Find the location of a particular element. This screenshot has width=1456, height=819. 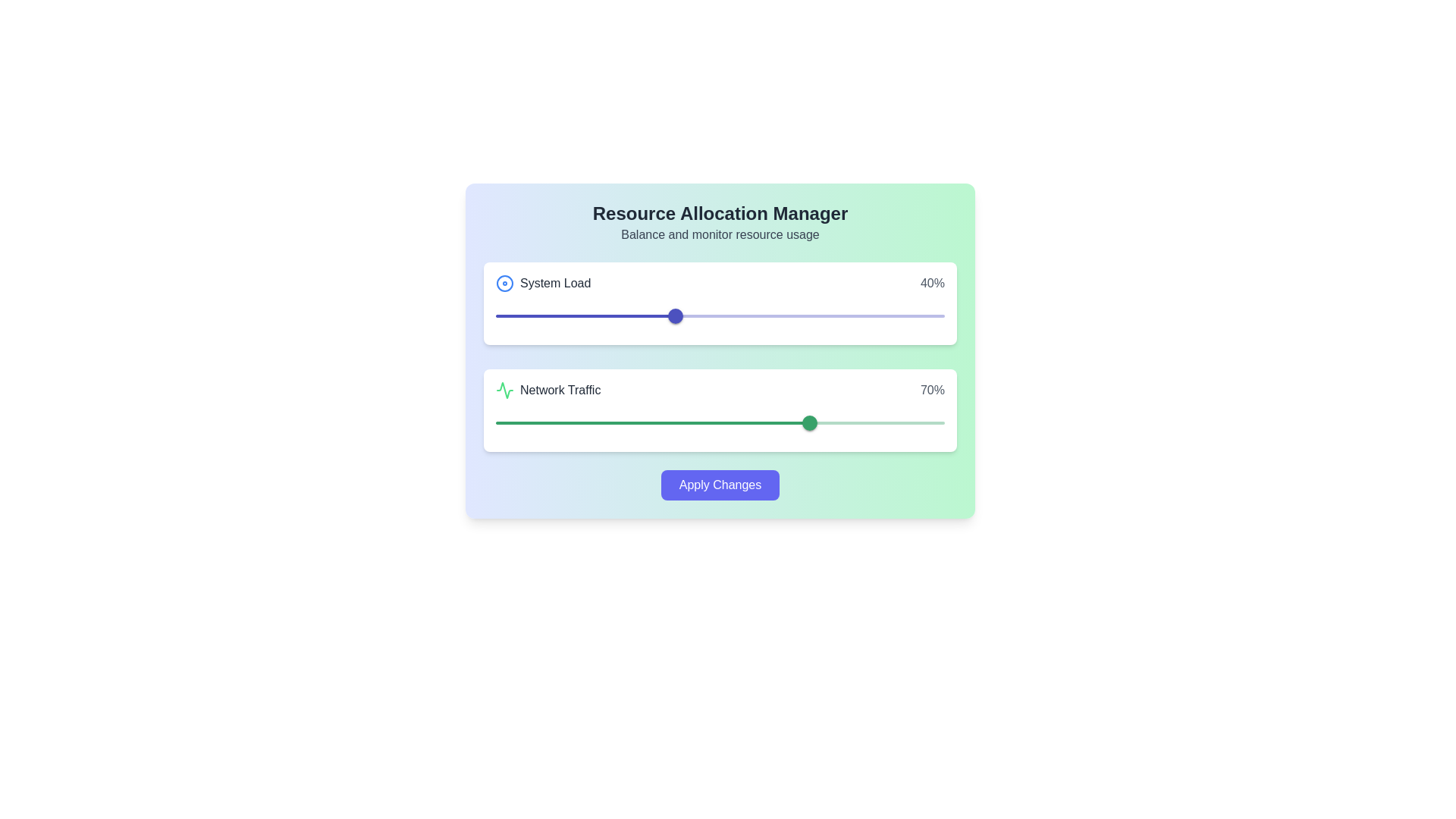

the slider value is located at coordinates (603, 423).